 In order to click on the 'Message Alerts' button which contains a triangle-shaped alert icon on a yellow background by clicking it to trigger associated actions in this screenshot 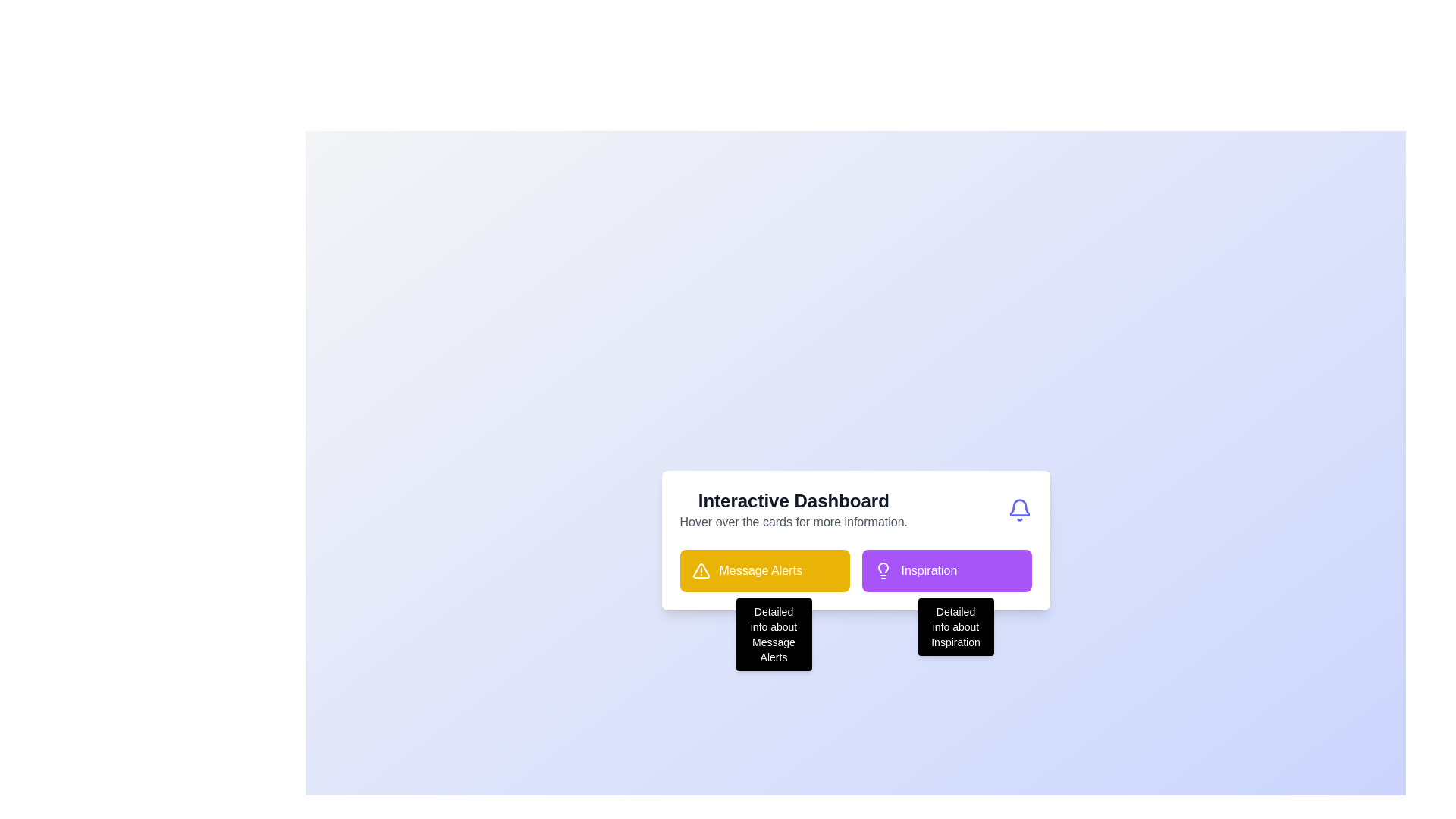, I will do `click(700, 570)`.